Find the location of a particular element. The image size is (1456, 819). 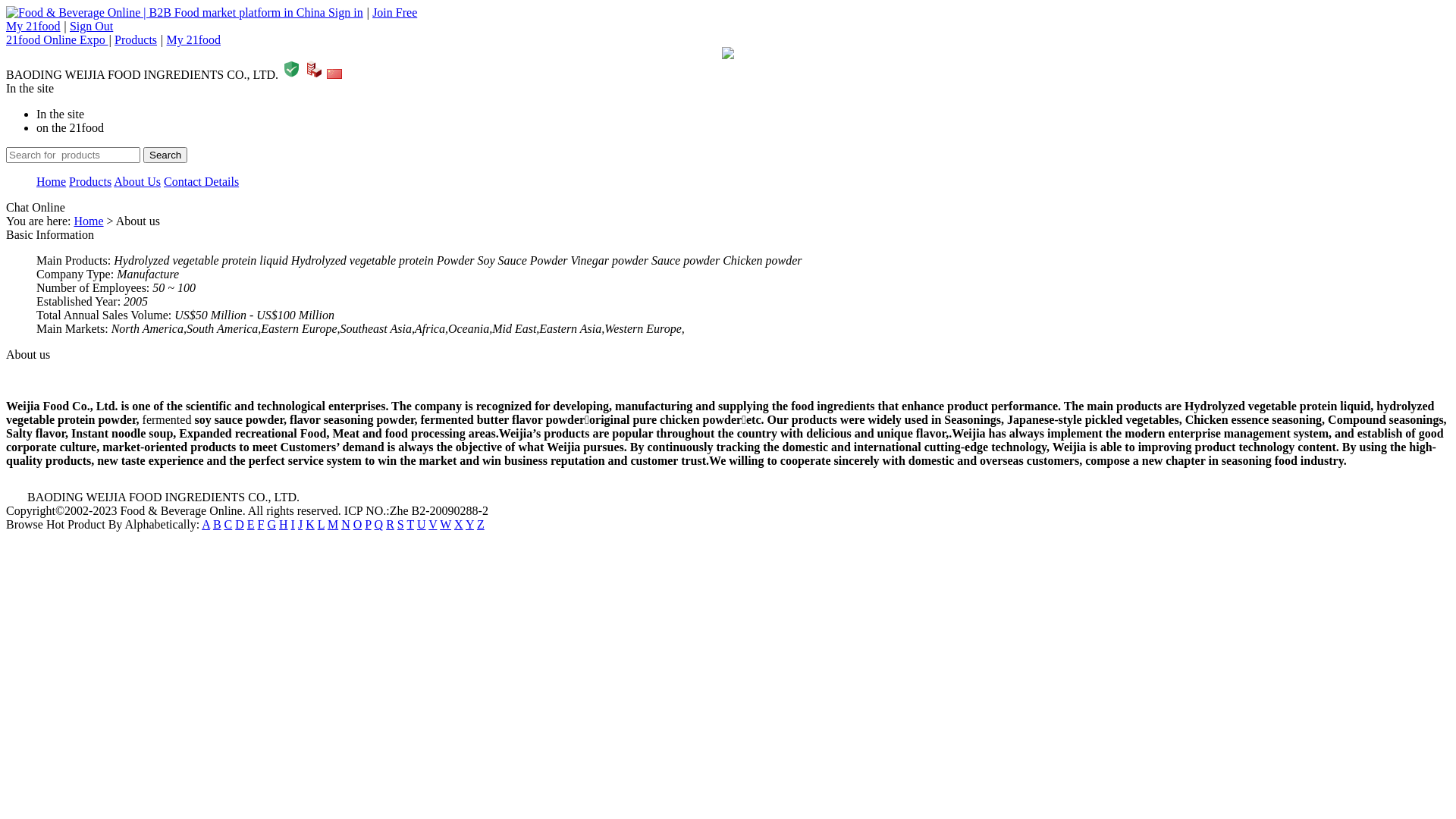

'Contact Details' is located at coordinates (200, 180).